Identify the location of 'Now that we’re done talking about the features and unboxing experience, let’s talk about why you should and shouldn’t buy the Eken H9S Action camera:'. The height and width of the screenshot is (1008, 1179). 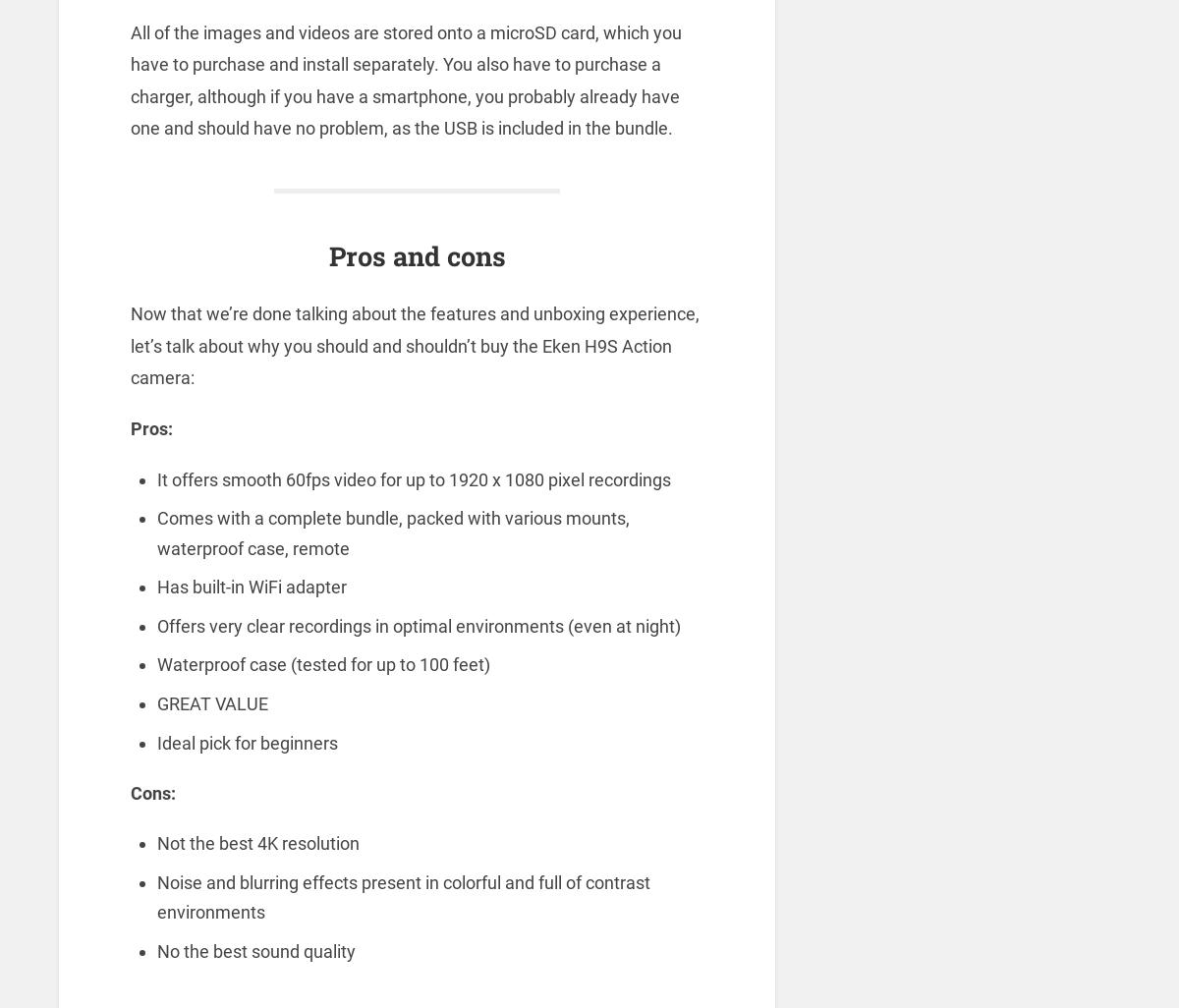
(414, 346).